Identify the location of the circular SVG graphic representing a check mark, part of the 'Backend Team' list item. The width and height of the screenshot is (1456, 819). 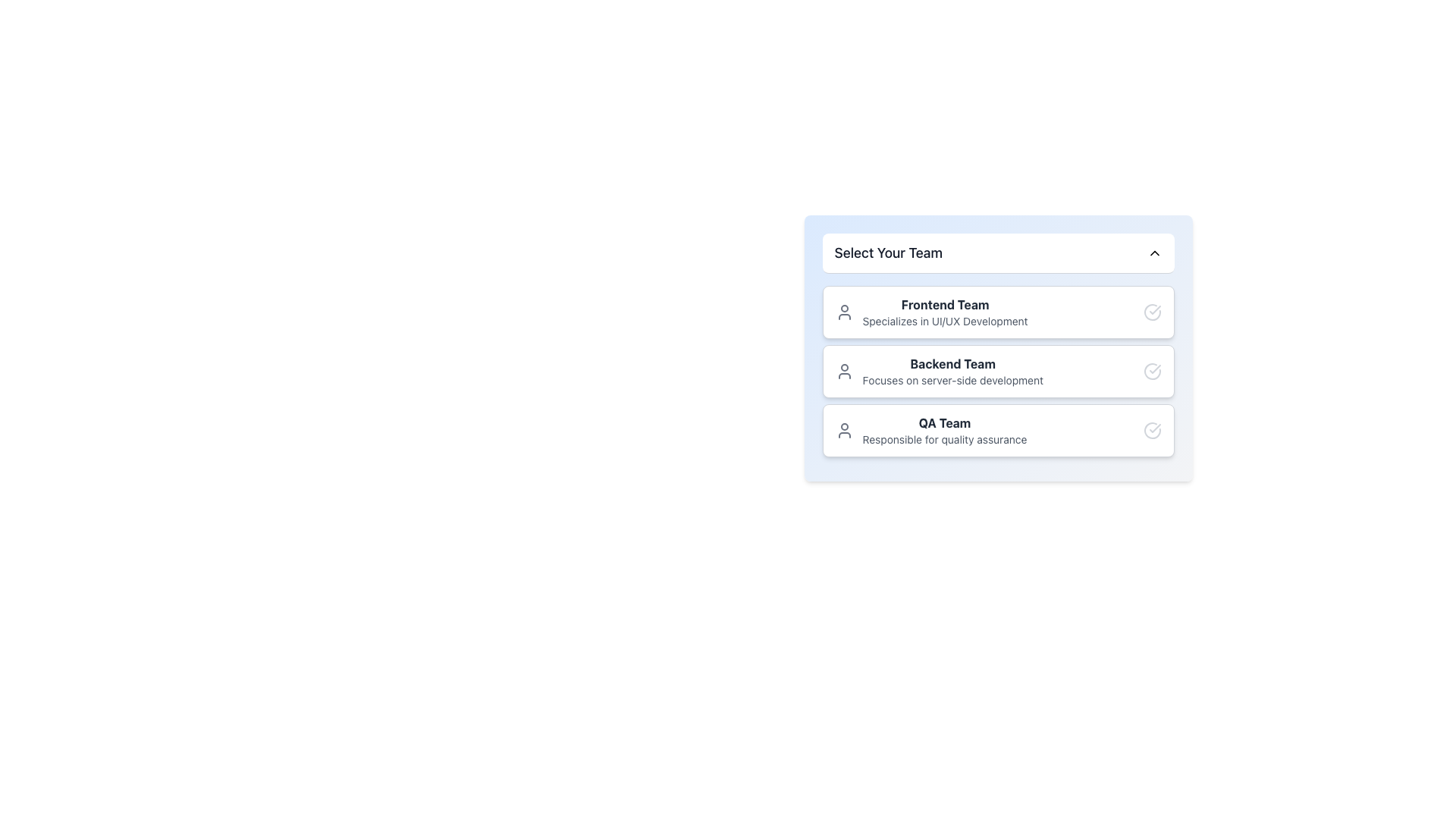
(1152, 371).